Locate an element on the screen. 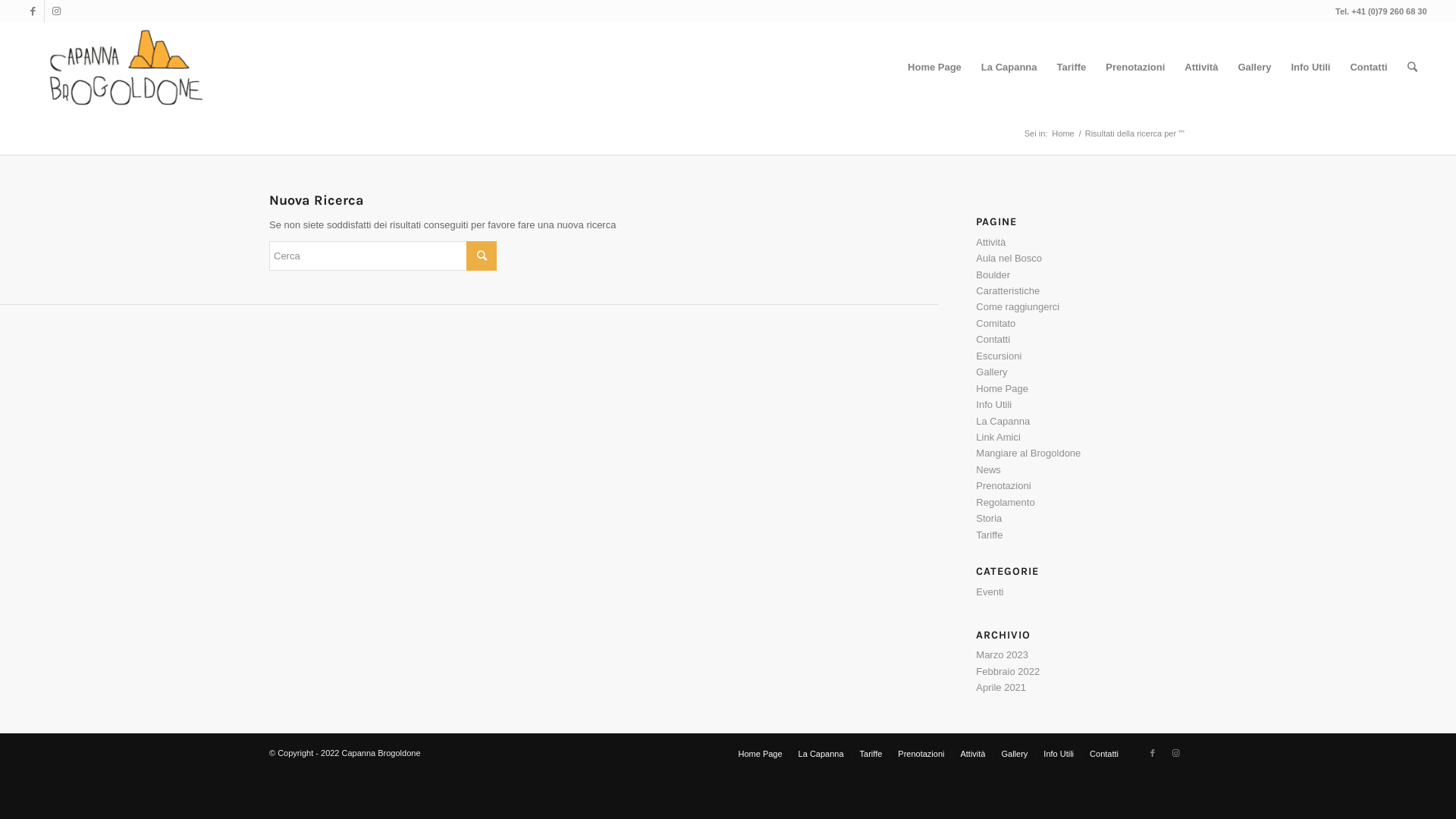 The image size is (1456, 819). 'Home' is located at coordinates (1048, 133).